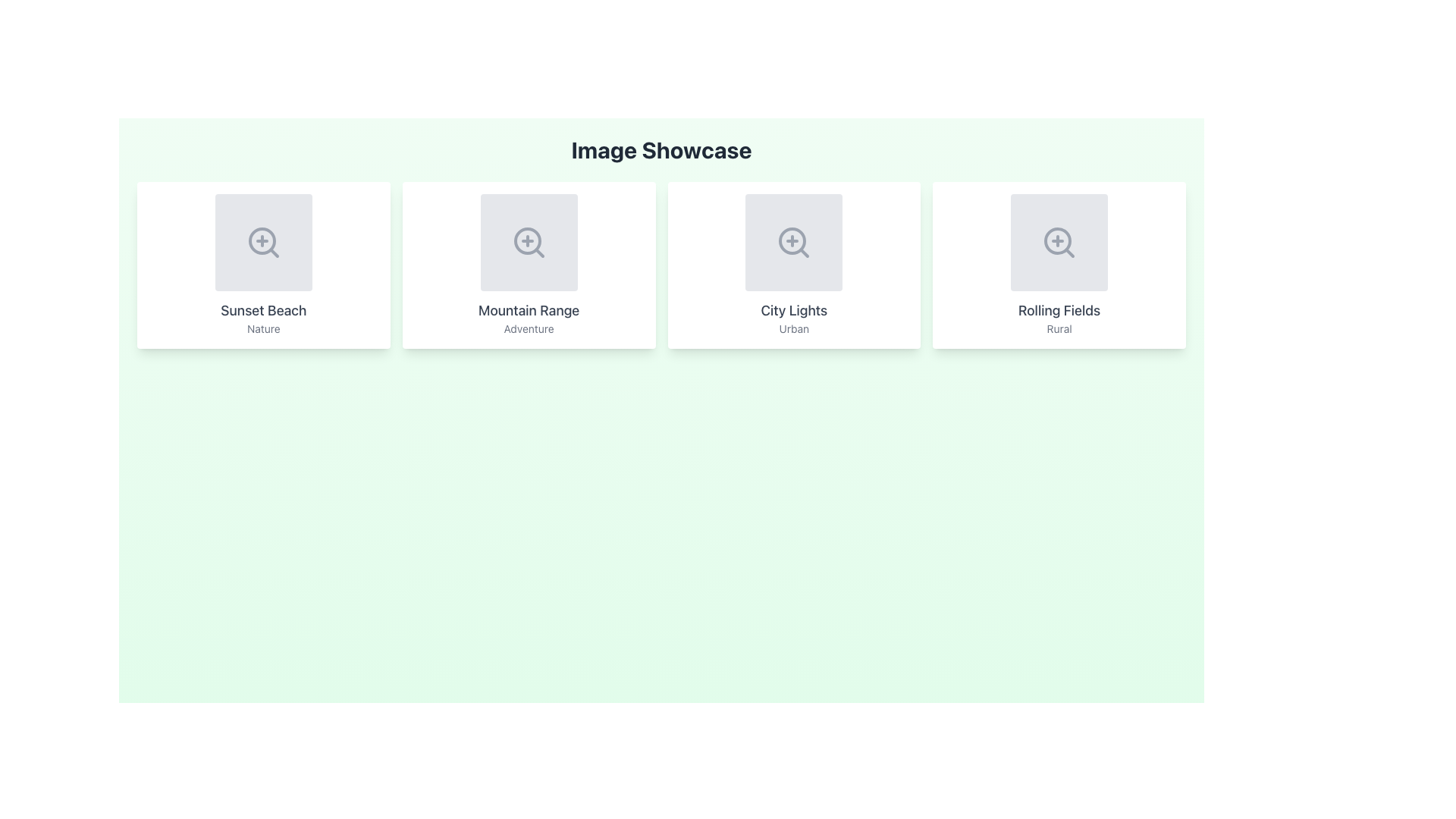 The width and height of the screenshot is (1456, 819). I want to click on the magnifying glass icon with a plus sign inside, located within the 'Sunset Beach' card under the 'Image Showcase' header, so click(263, 242).